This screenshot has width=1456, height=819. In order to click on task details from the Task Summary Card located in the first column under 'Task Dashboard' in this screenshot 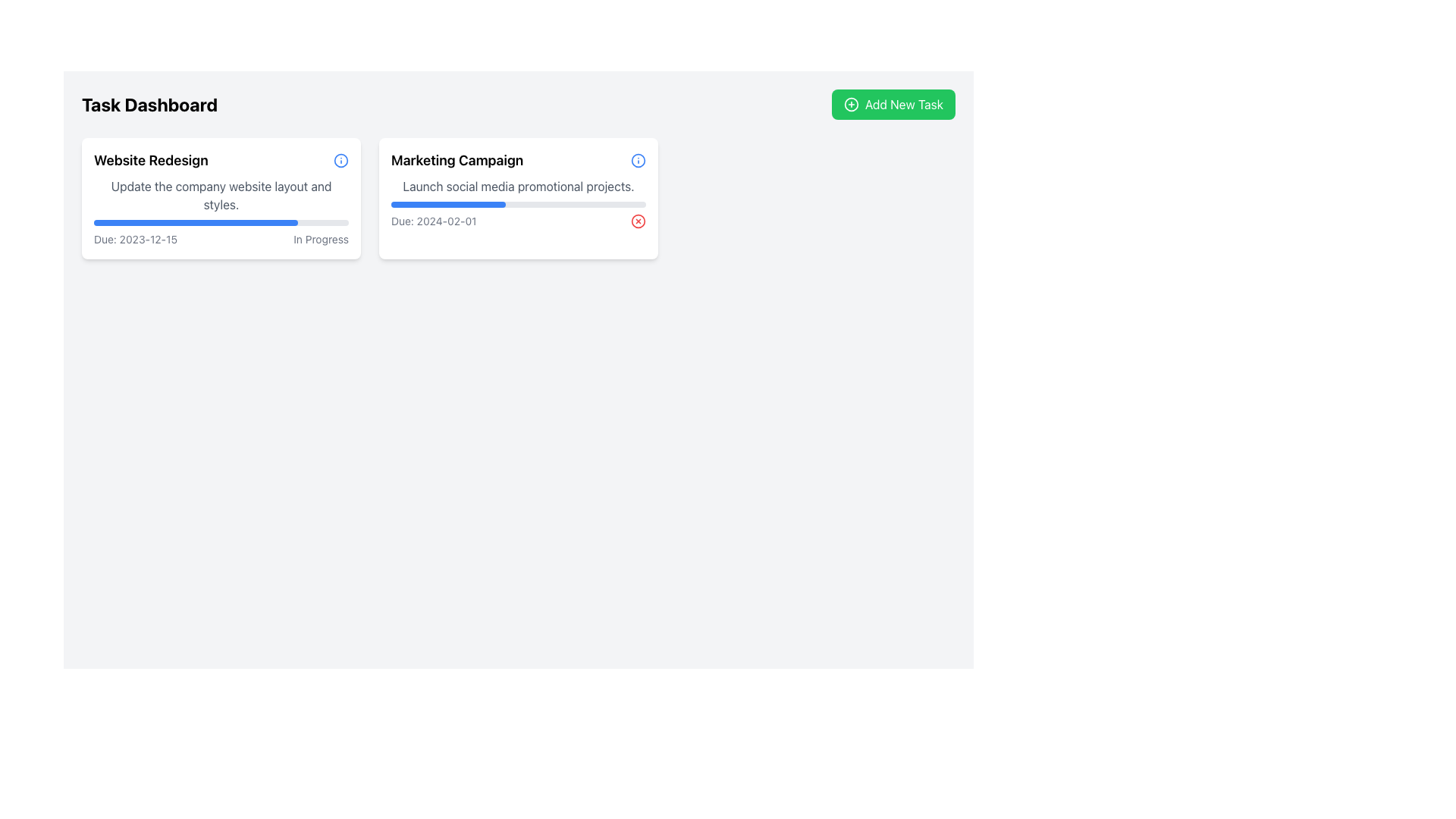, I will do `click(221, 198)`.